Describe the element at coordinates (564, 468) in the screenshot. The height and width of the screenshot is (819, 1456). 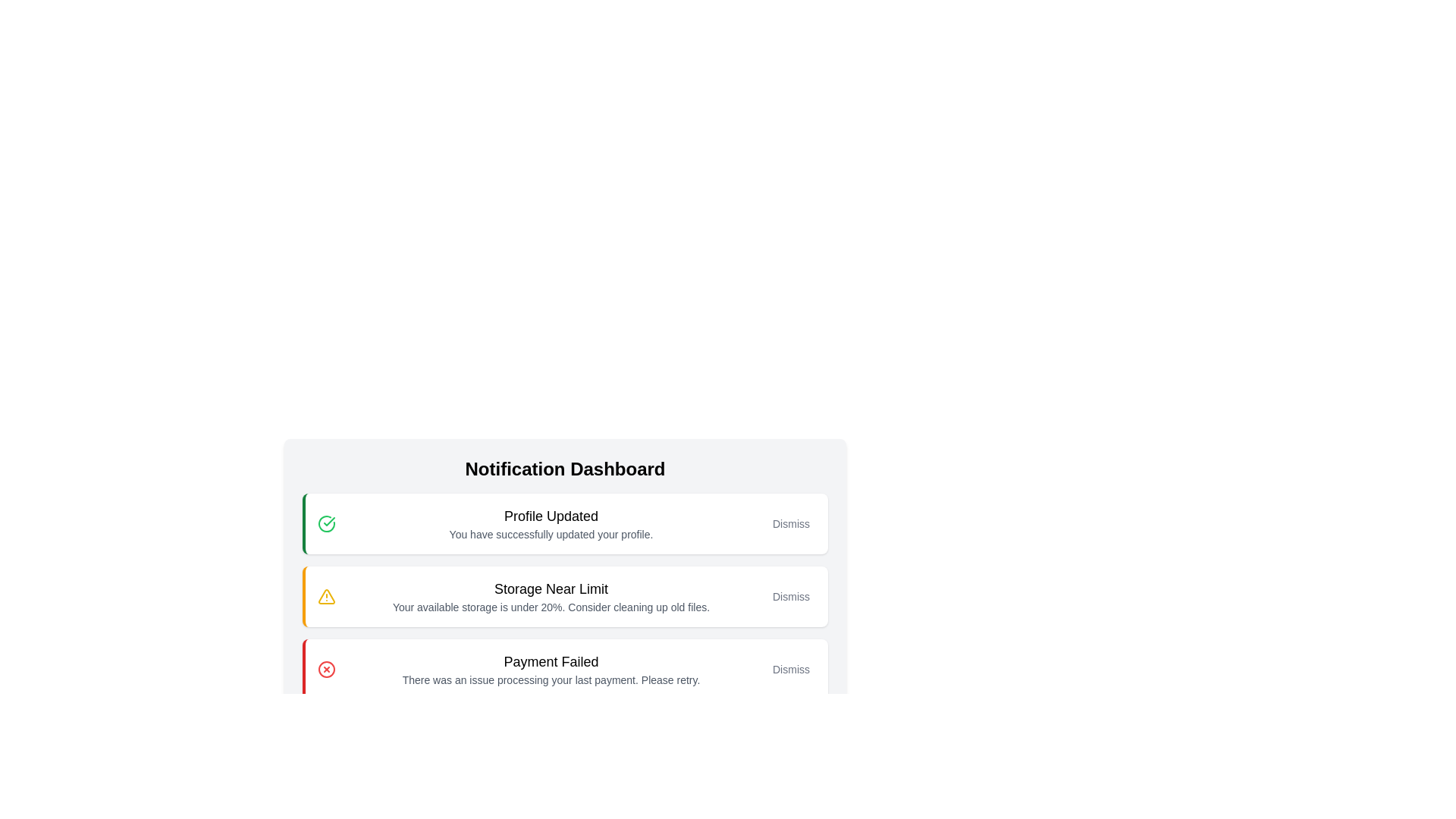
I see `the title Text Label at the top of the notification panel, which serves as the primary heading for the section` at that location.